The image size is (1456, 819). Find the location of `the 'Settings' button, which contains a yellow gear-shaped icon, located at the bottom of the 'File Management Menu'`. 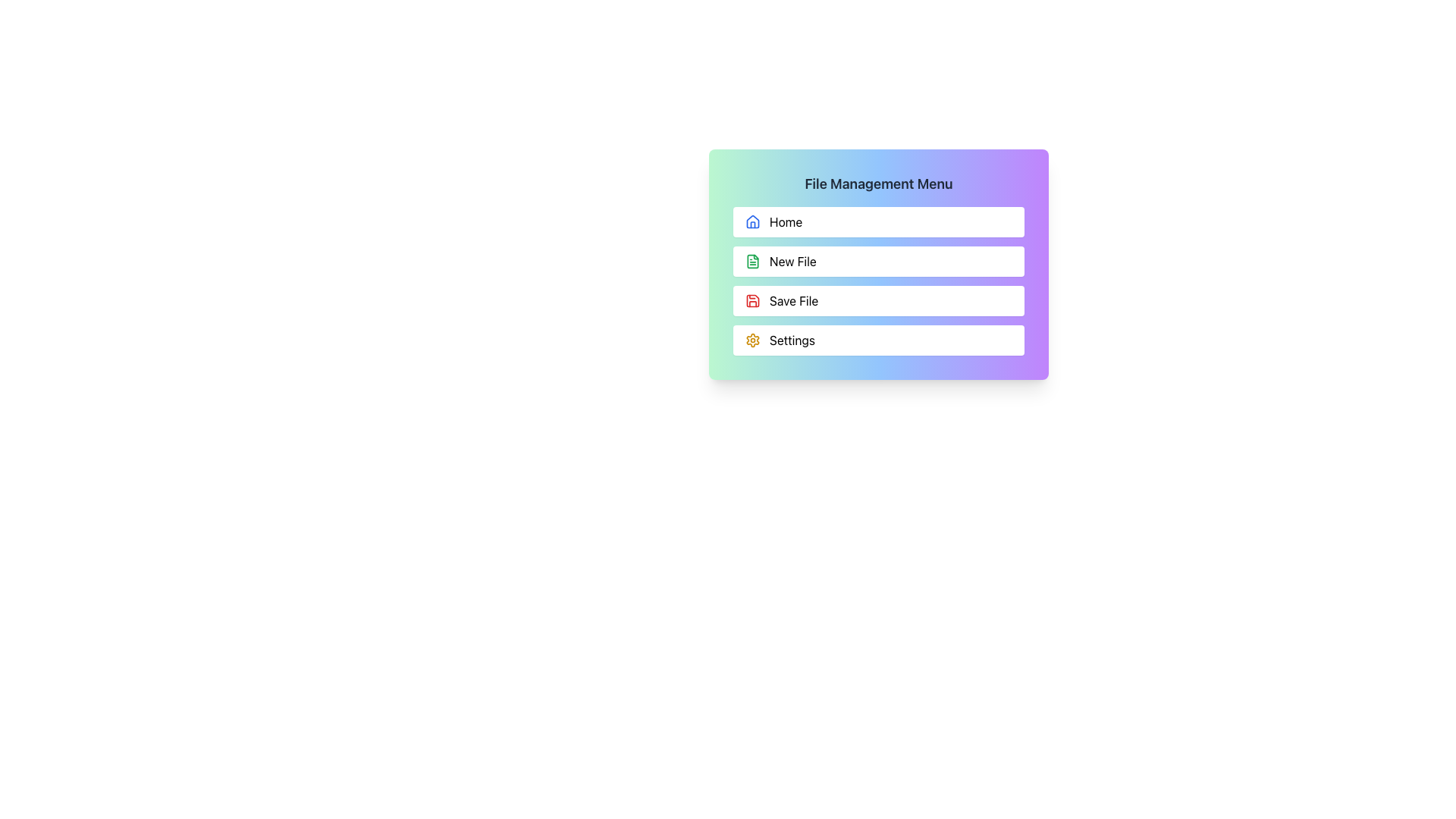

the 'Settings' button, which contains a yellow gear-shaped icon, located at the bottom of the 'File Management Menu' is located at coordinates (753, 339).